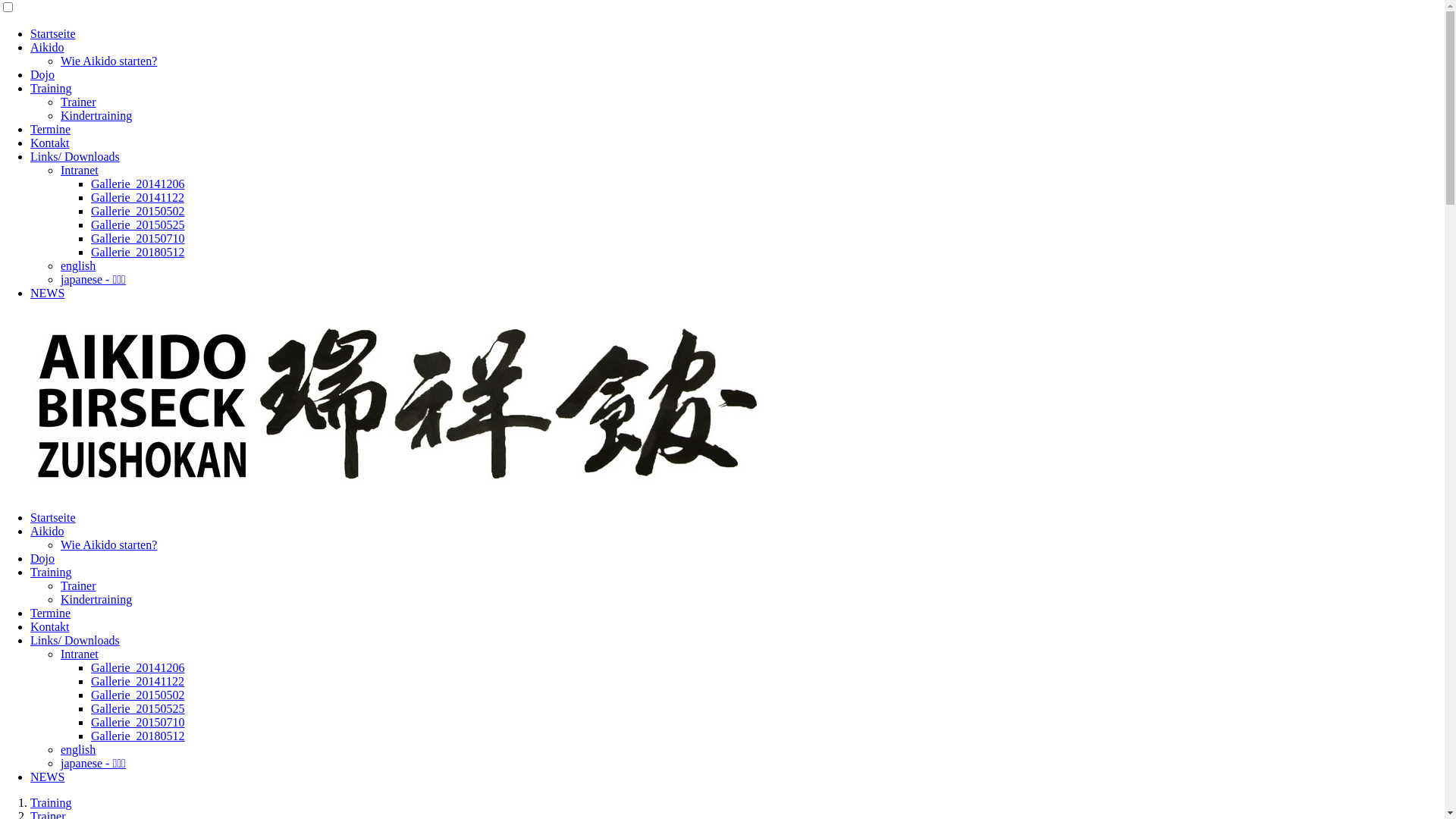 This screenshot has width=1456, height=819. I want to click on 'Wie Aikido starten?', so click(108, 544).